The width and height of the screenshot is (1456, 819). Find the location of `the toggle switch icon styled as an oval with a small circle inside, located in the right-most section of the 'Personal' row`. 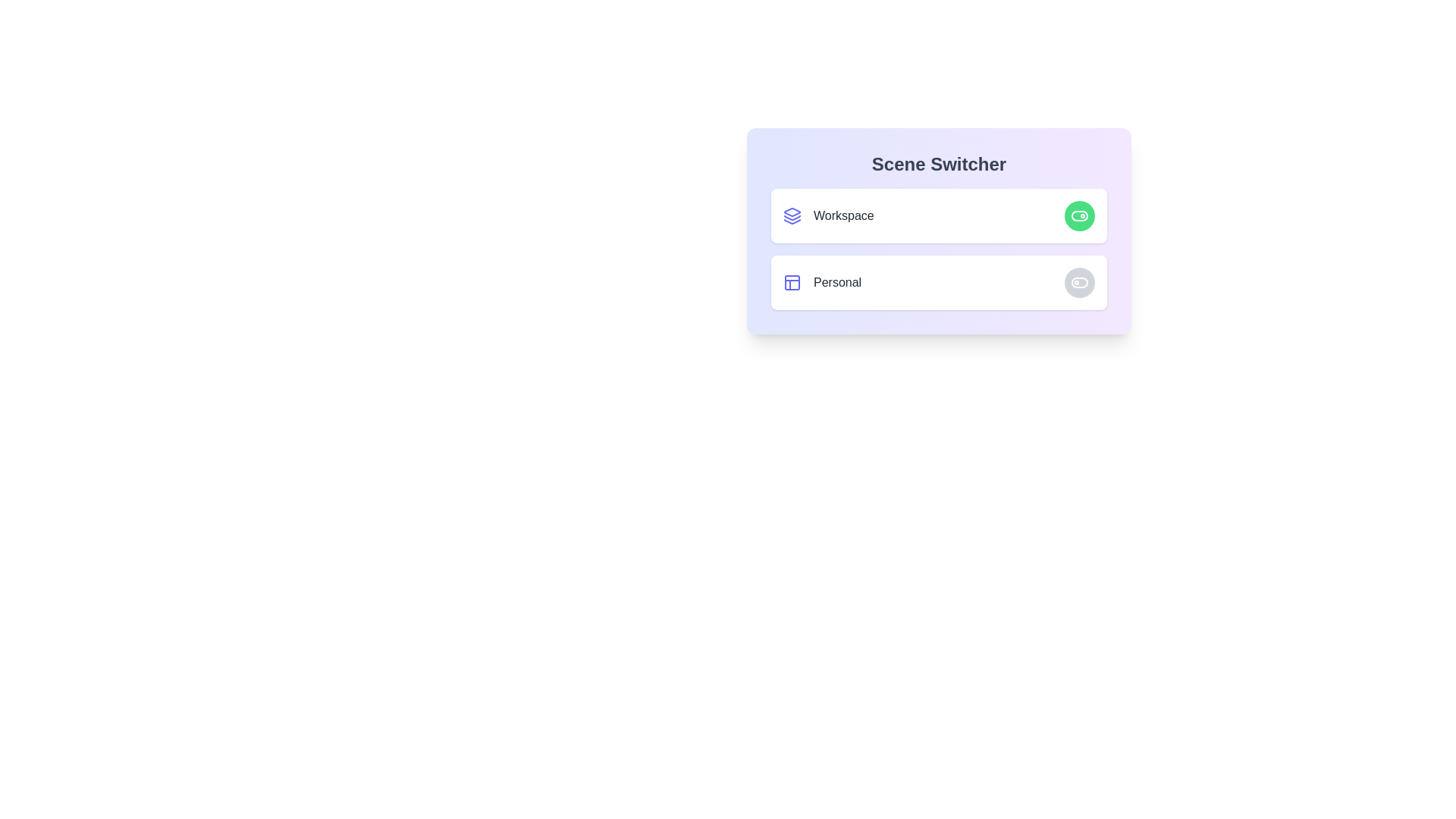

the toggle switch icon styled as an oval with a small circle inside, located in the right-most section of the 'Personal' row is located at coordinates (1079, 283).